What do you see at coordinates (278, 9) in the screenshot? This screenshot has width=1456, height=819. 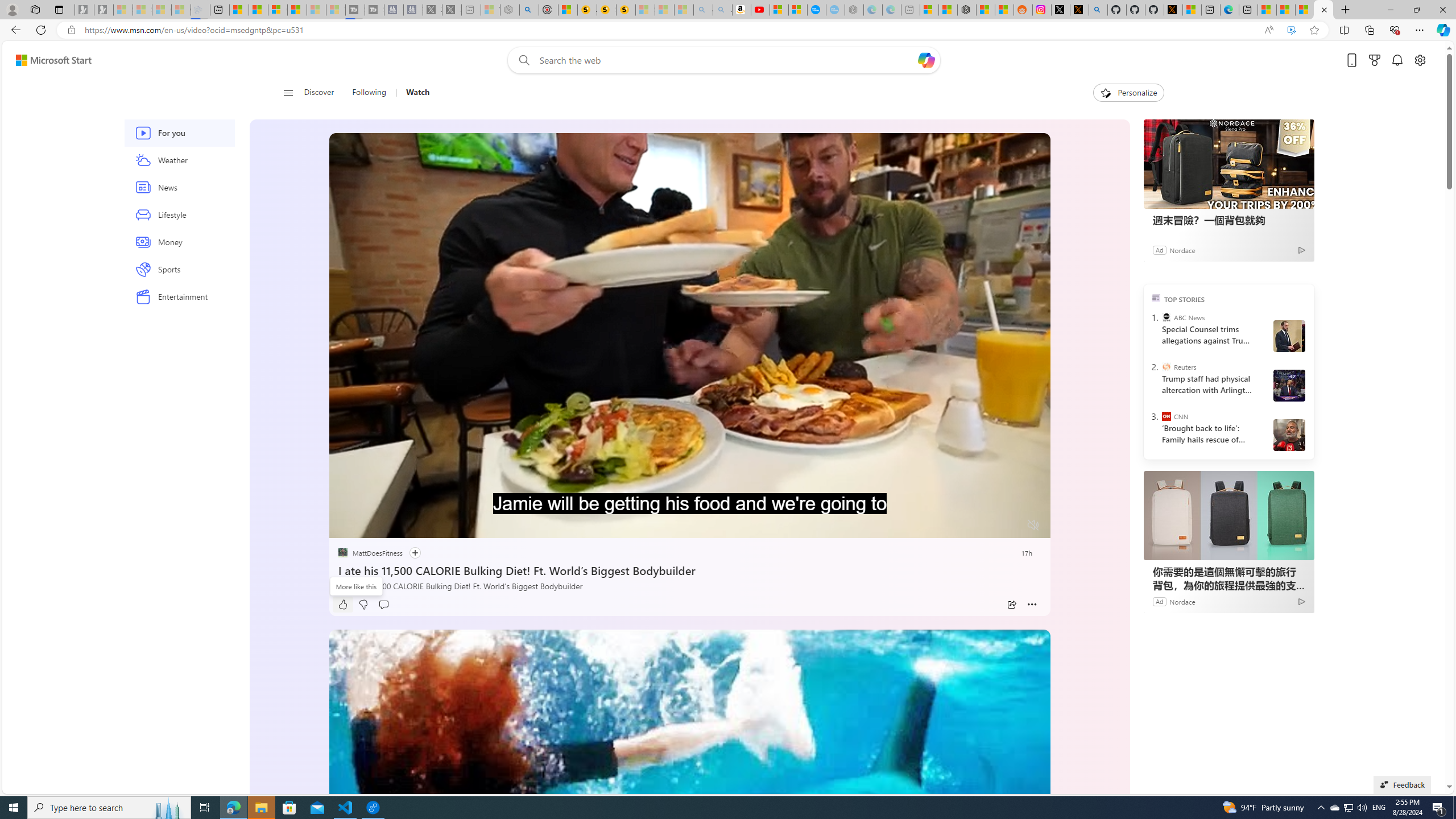 I see `'Overview'` at bounding box center [278, 9].